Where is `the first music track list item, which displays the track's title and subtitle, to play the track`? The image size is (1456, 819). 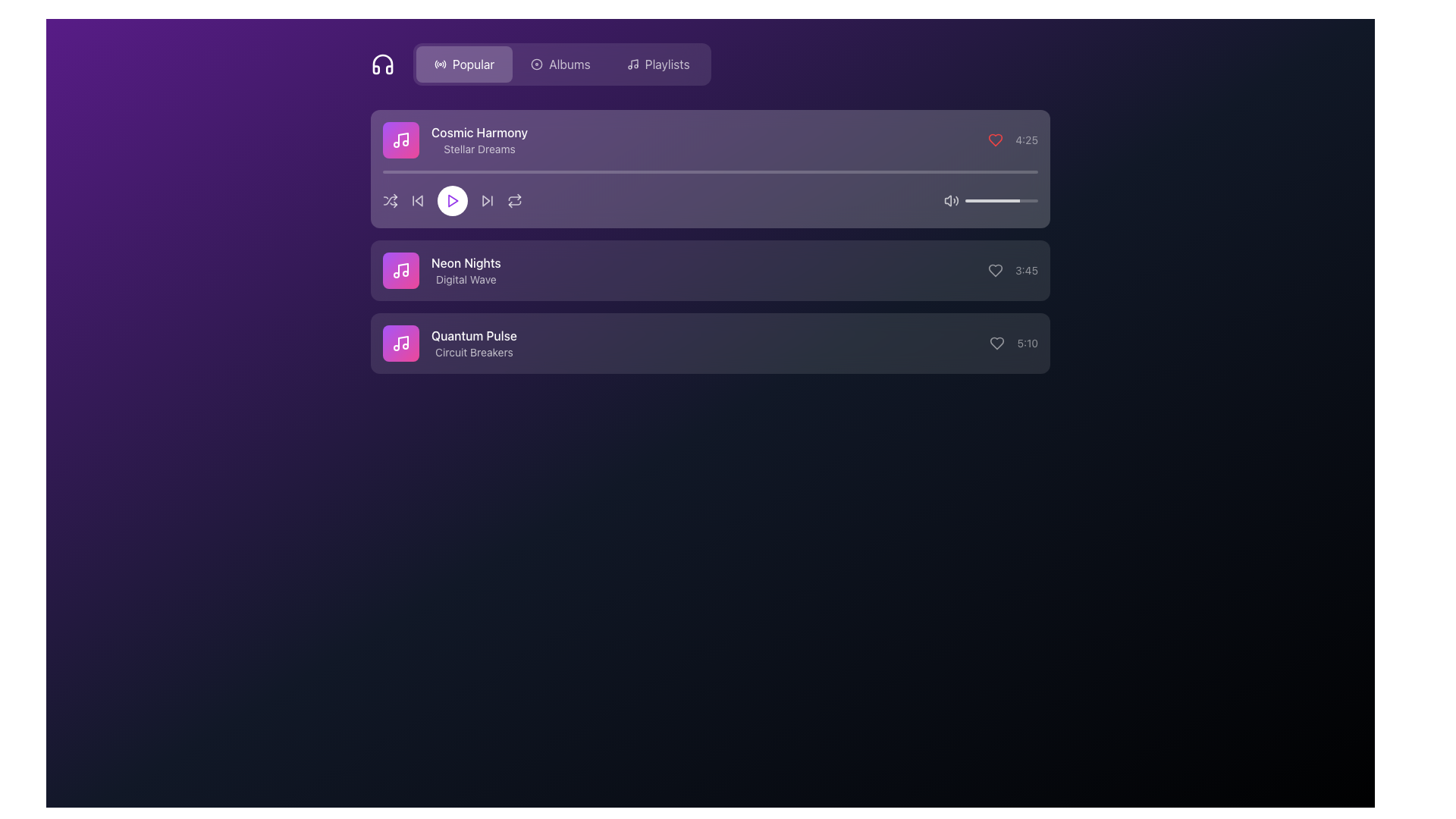
the first music track list item, which displays the track's title and subtitle, to play the track is located at coordinates (454, 140).